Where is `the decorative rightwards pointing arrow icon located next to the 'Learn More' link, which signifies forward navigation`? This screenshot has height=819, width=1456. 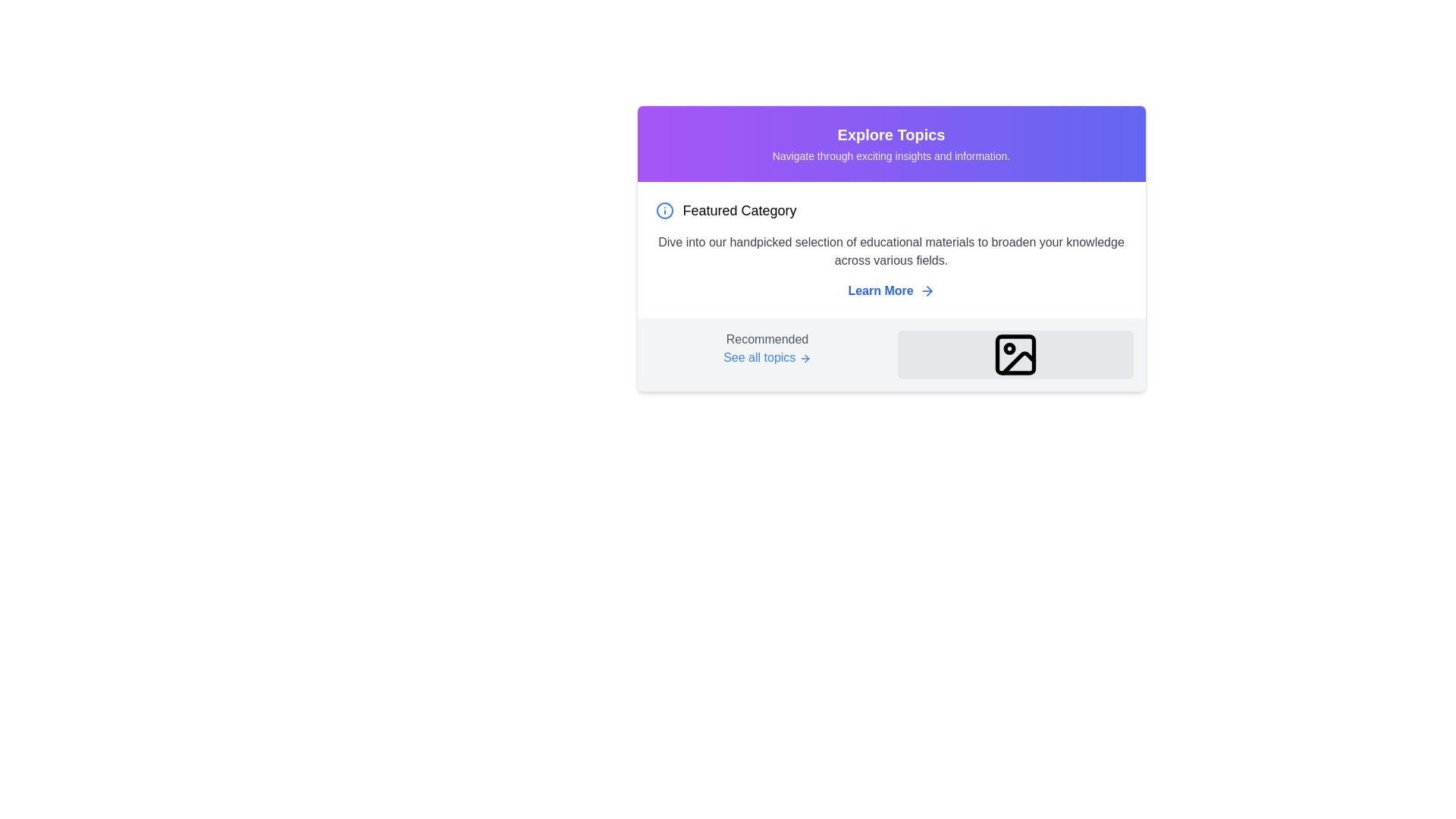 the decorative rightwards pointing arrow icon located next to the 'Learn More' link, which signifies forward navigation is located at coordinates (928, 291).